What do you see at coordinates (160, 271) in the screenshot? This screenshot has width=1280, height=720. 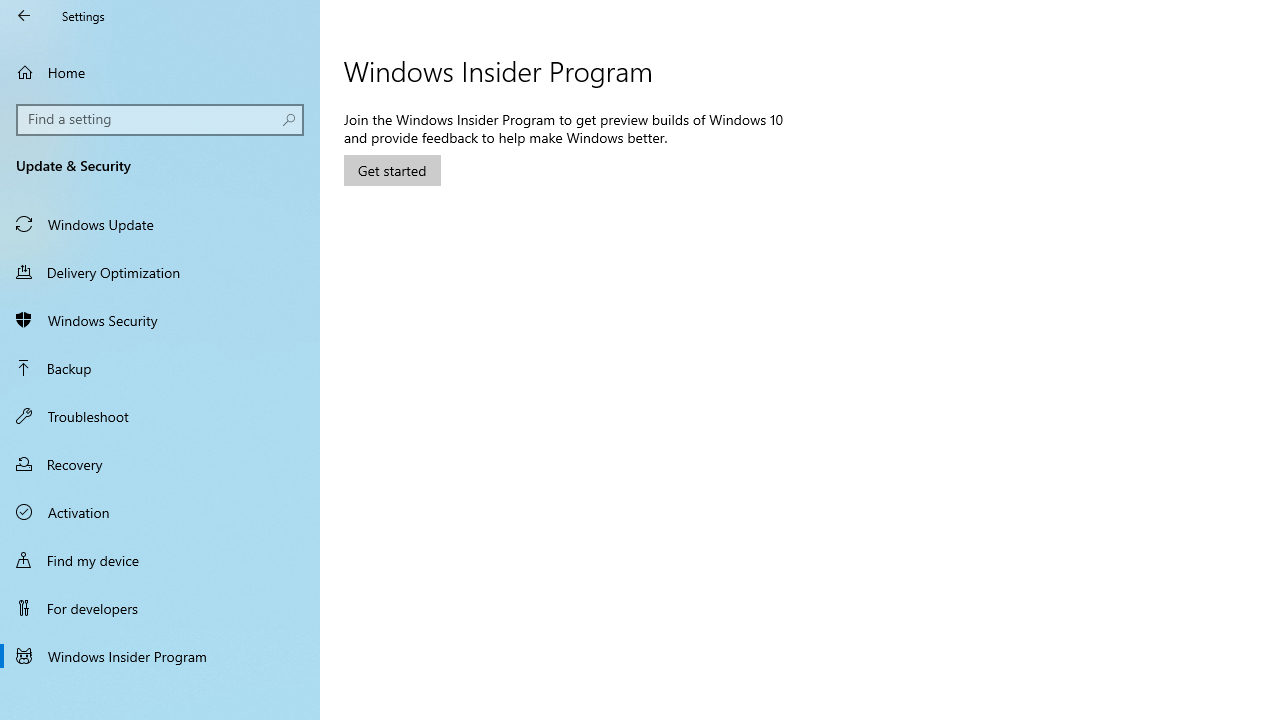 I see `'Delivery Optimization'` at bounding box center [160, 271].